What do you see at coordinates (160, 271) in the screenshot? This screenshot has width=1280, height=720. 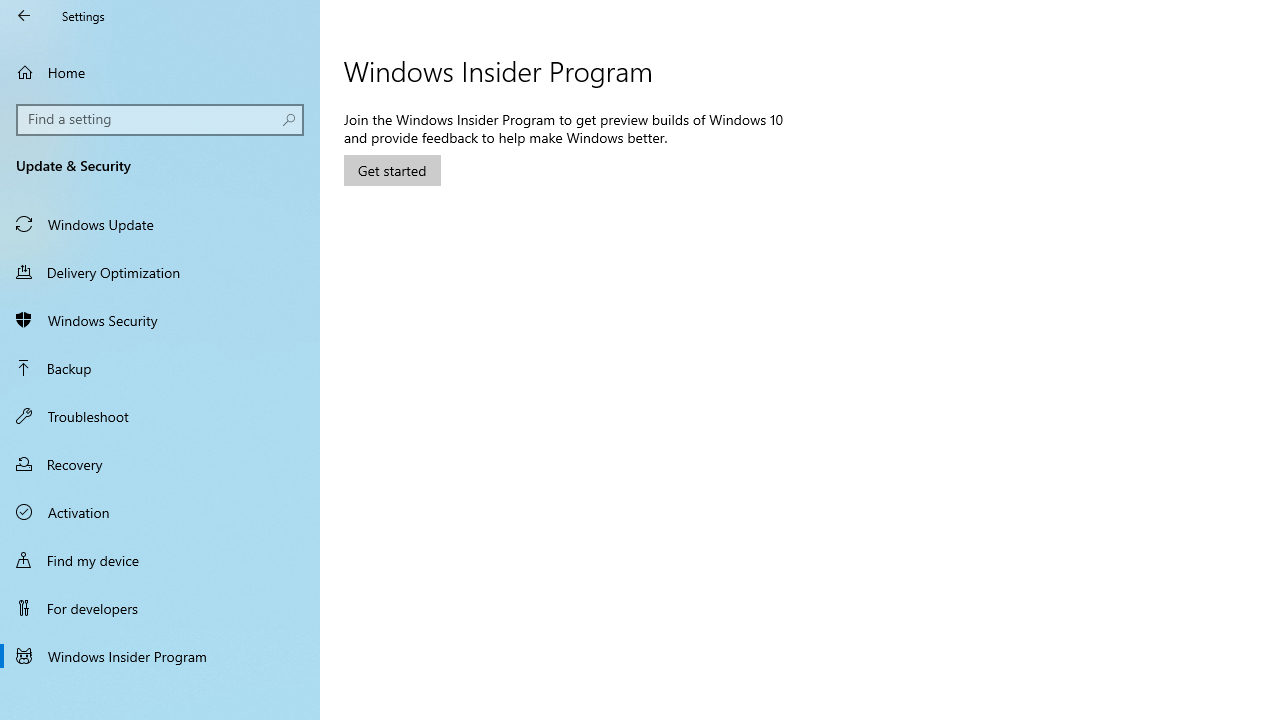 I see `'Delivery Optimization'` at bounding box center [160, 271].